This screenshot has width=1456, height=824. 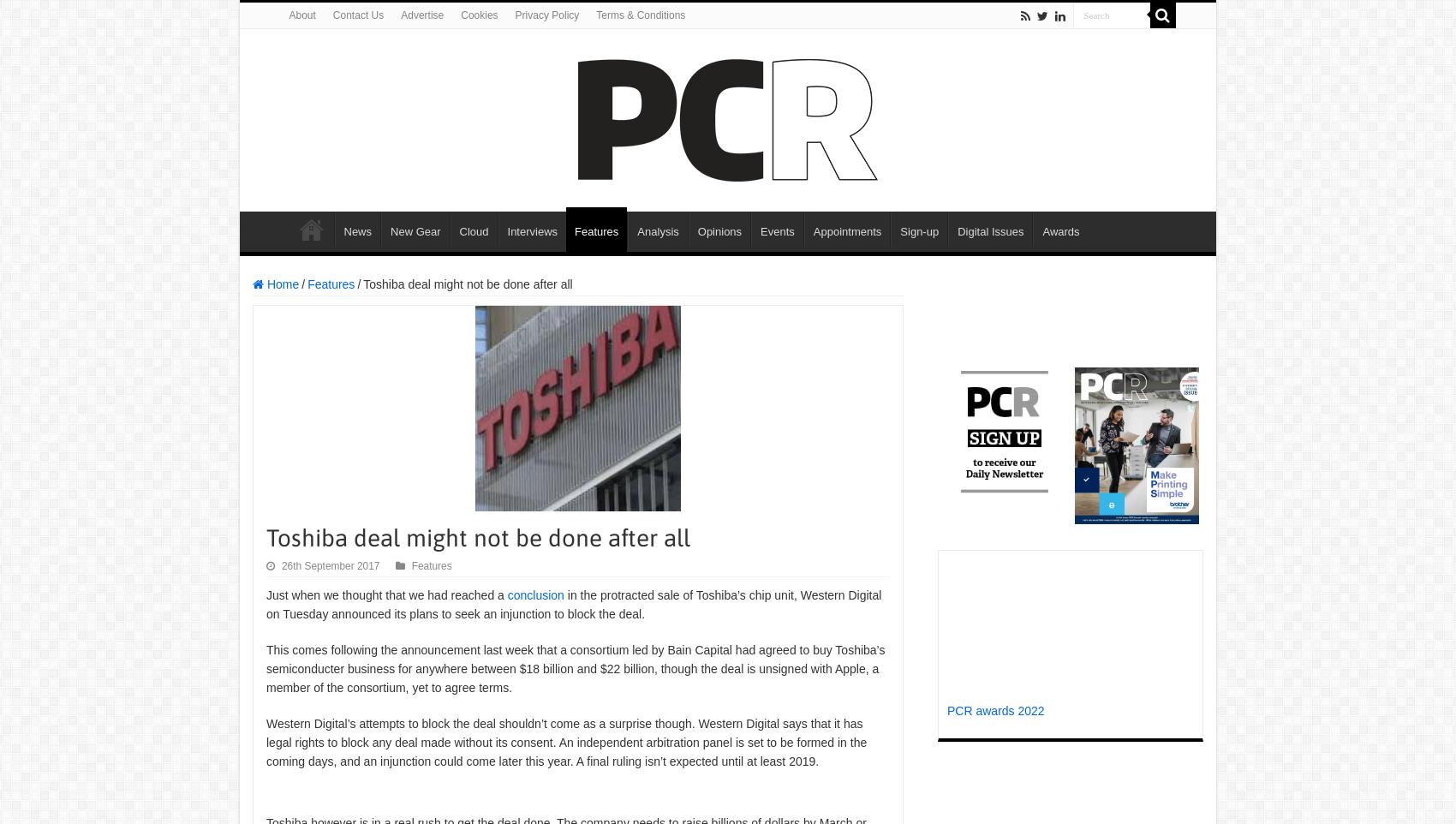 I want to click on 'conclusion', so click(x=534, y=594).